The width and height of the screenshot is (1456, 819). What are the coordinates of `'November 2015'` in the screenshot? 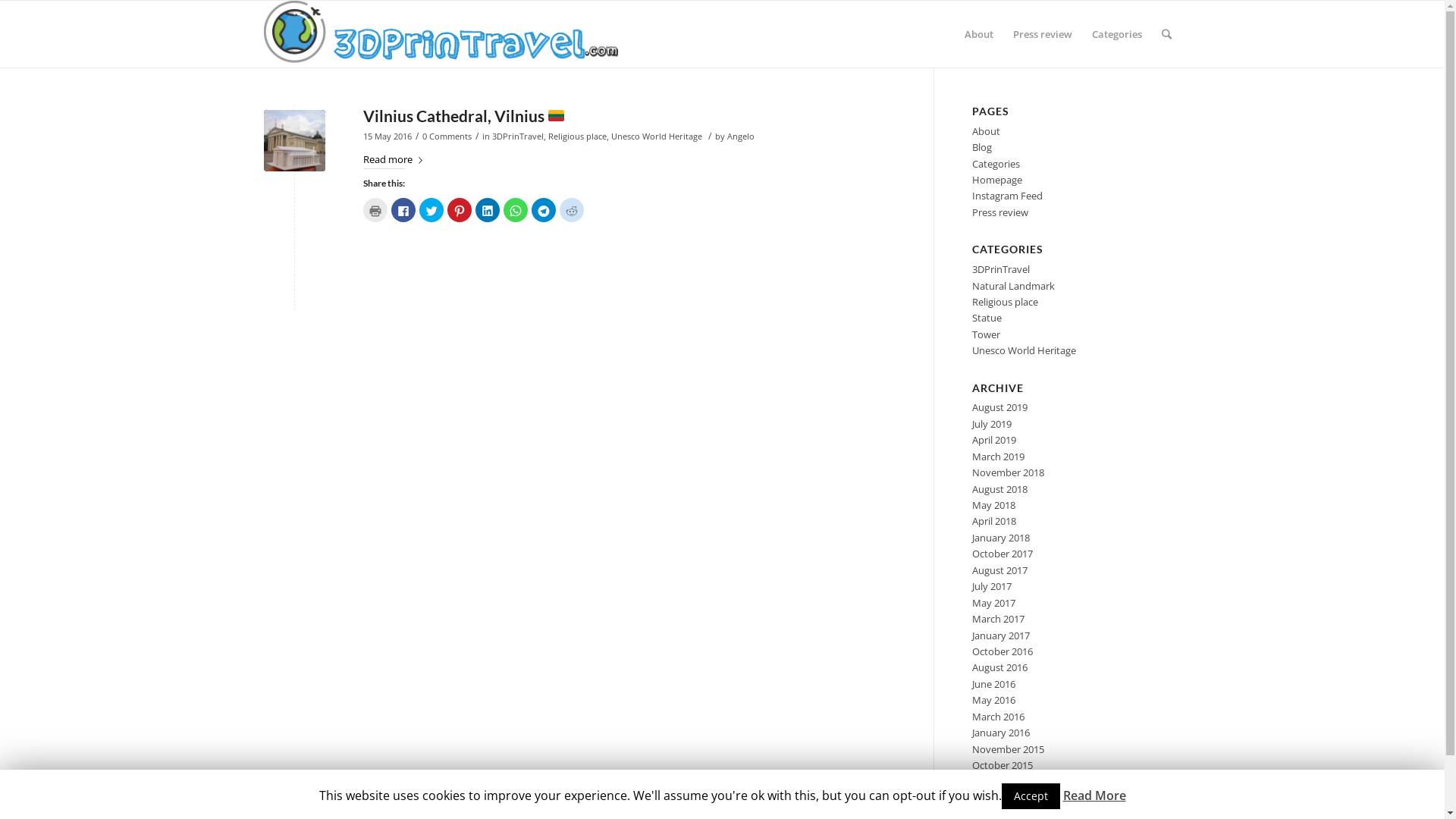 It's located at (1008, 748).